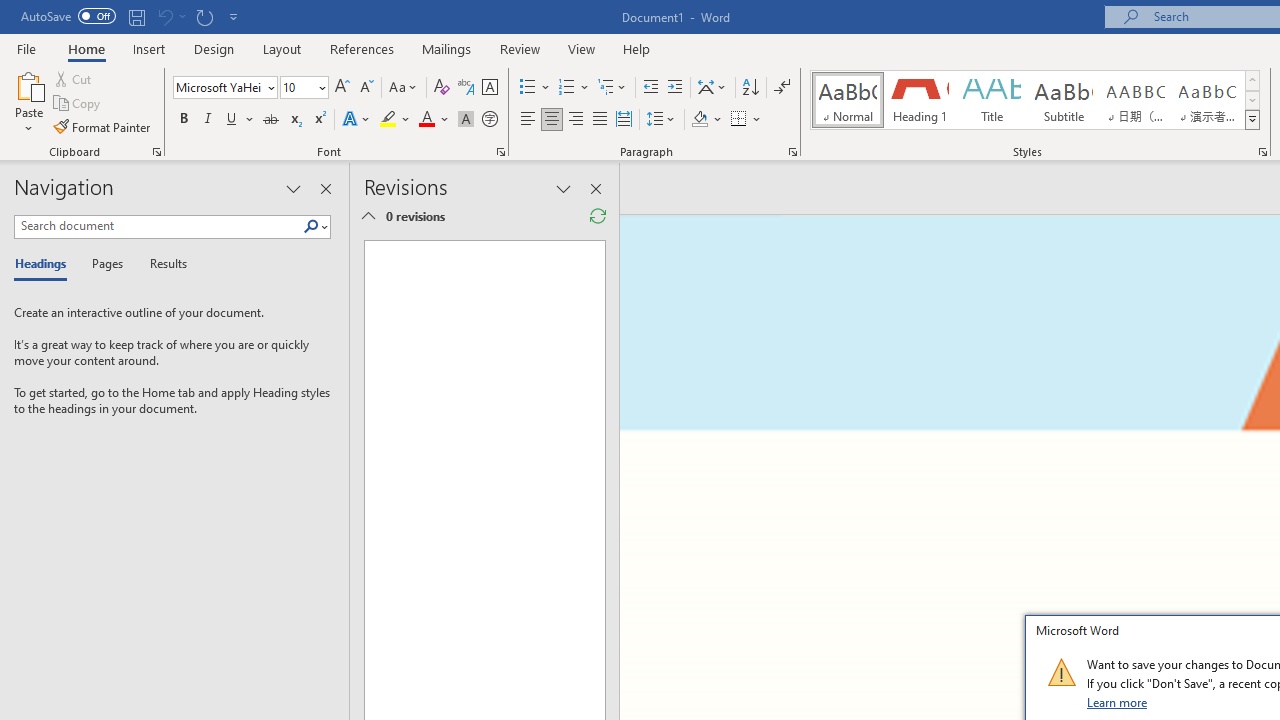 The height and width of the screenshot is (720, 1280). I want to click on 'Bold', so click(183, 119).